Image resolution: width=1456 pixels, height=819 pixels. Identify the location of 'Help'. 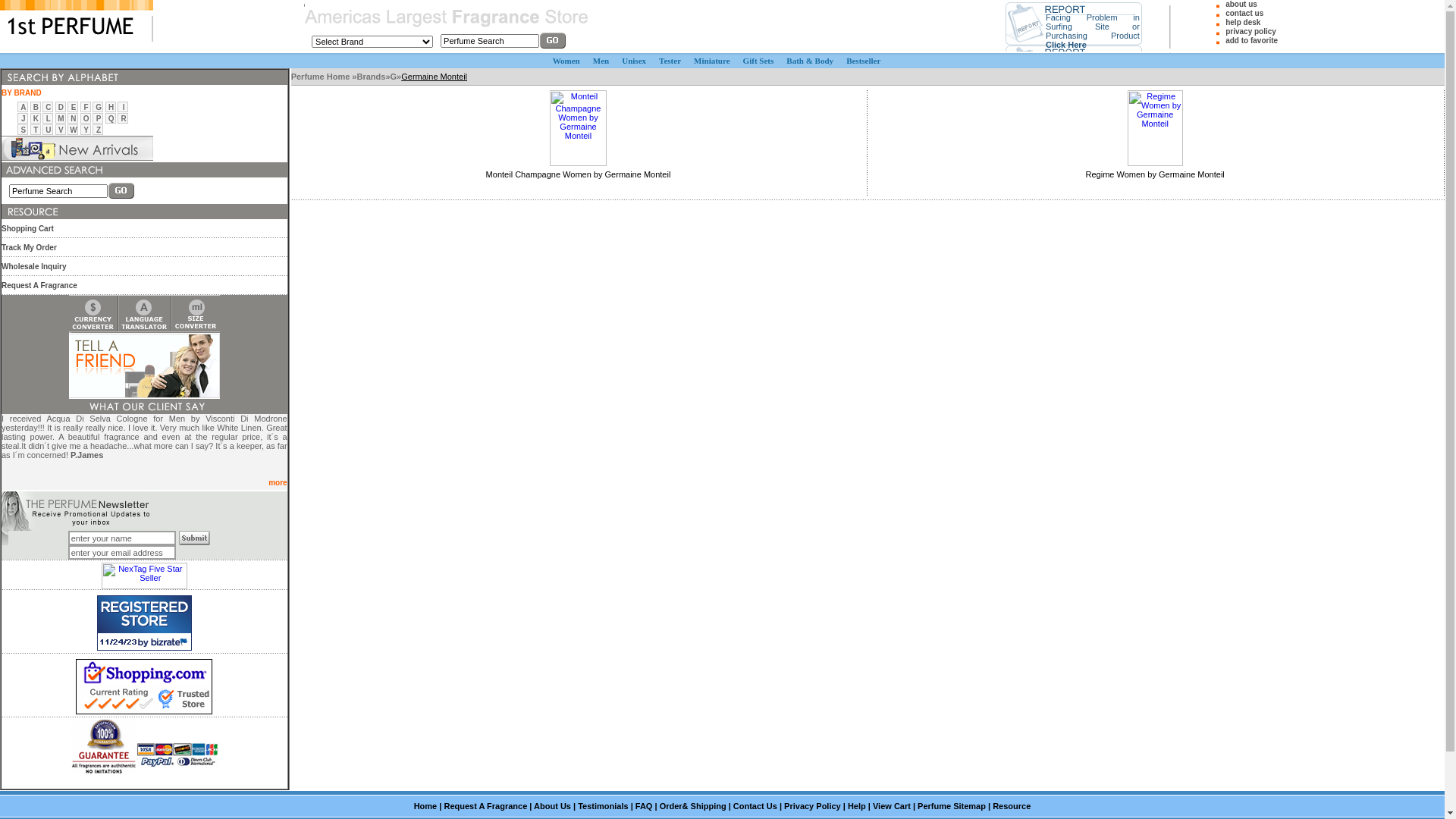
(856, 805).